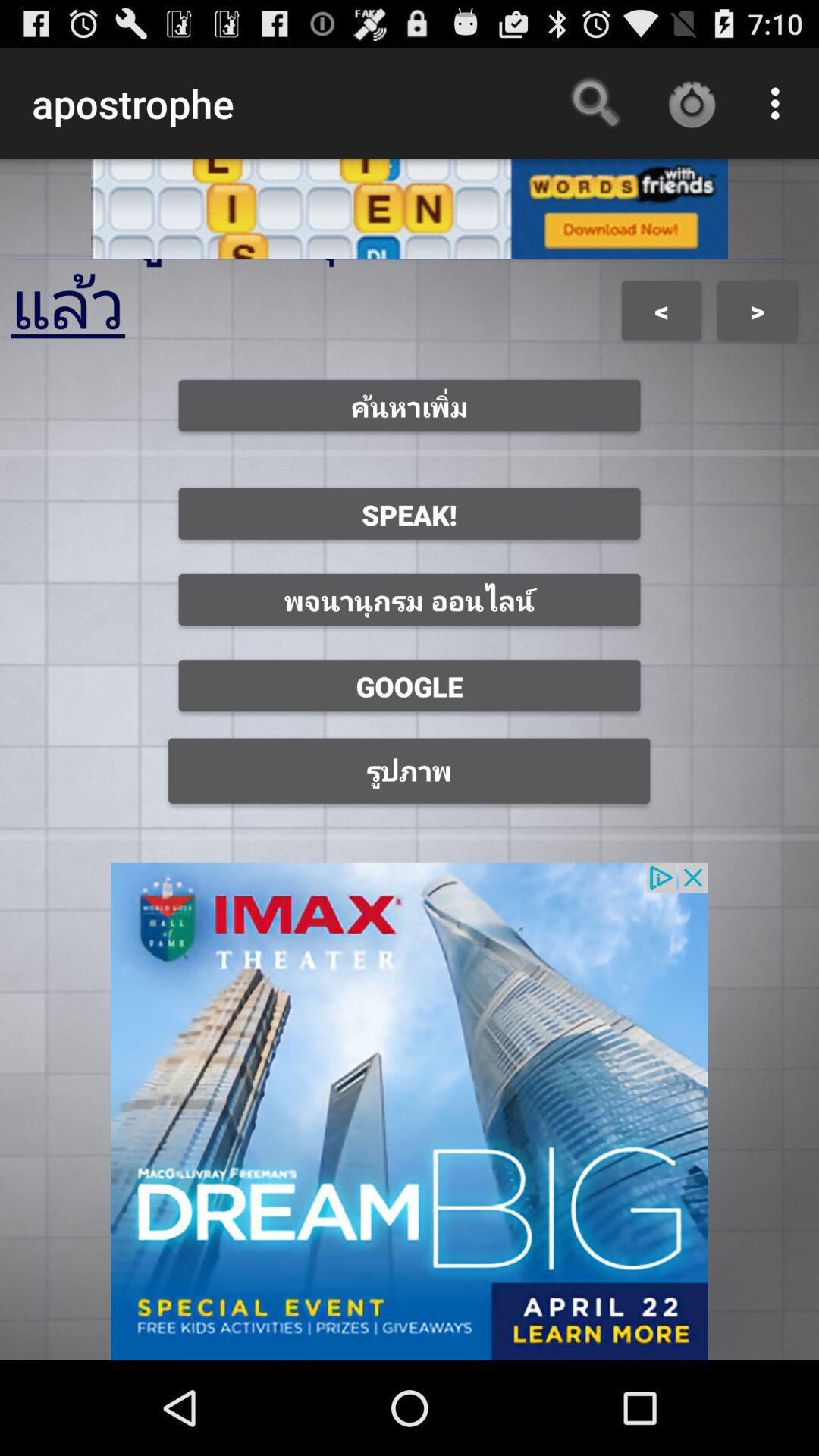 The image size is (819, 1456). I want to click on a icon which is before more option, so click(691, 103).